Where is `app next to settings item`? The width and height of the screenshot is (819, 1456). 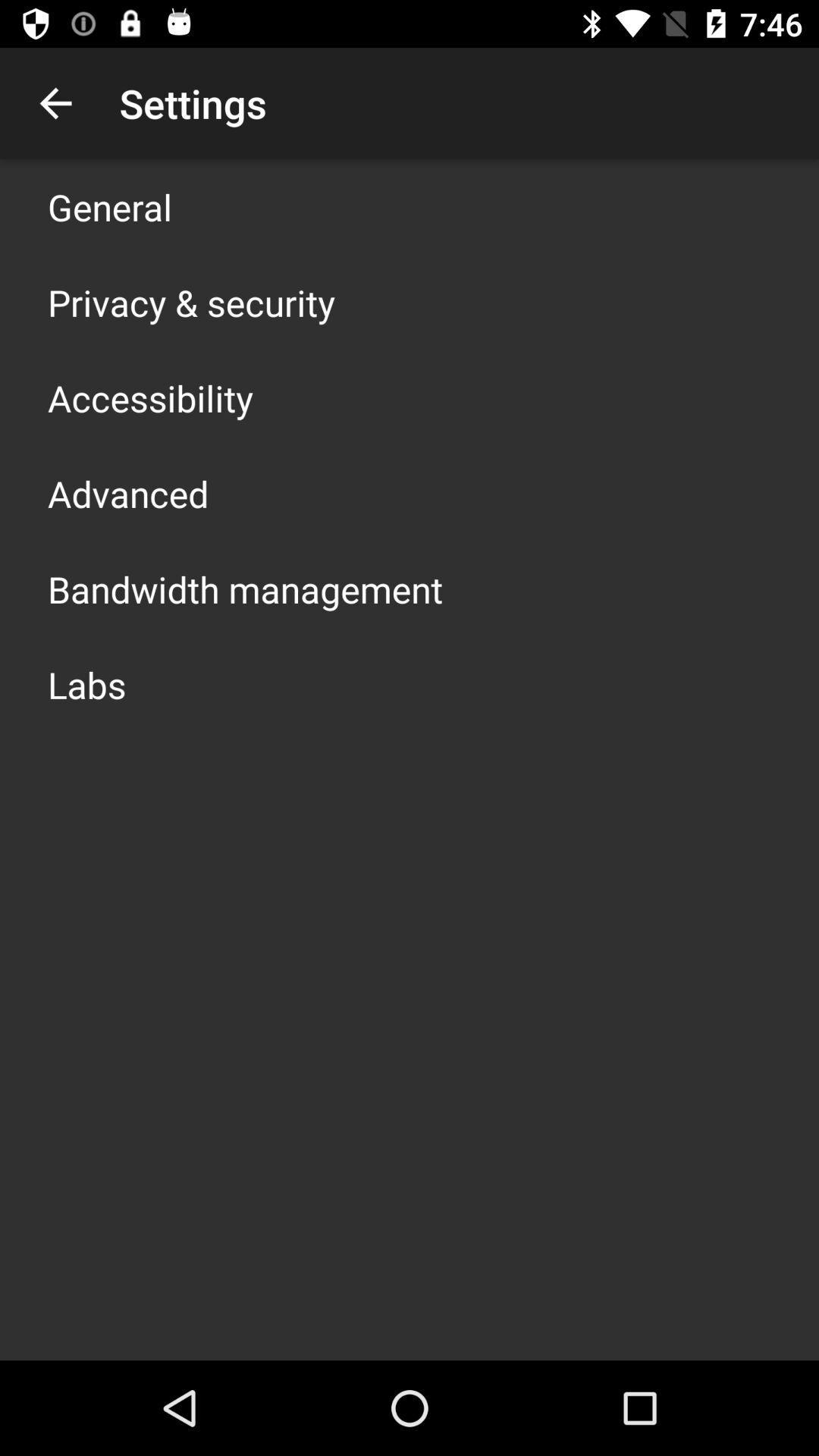
app next to settings item is located at coordinates (55, 102).